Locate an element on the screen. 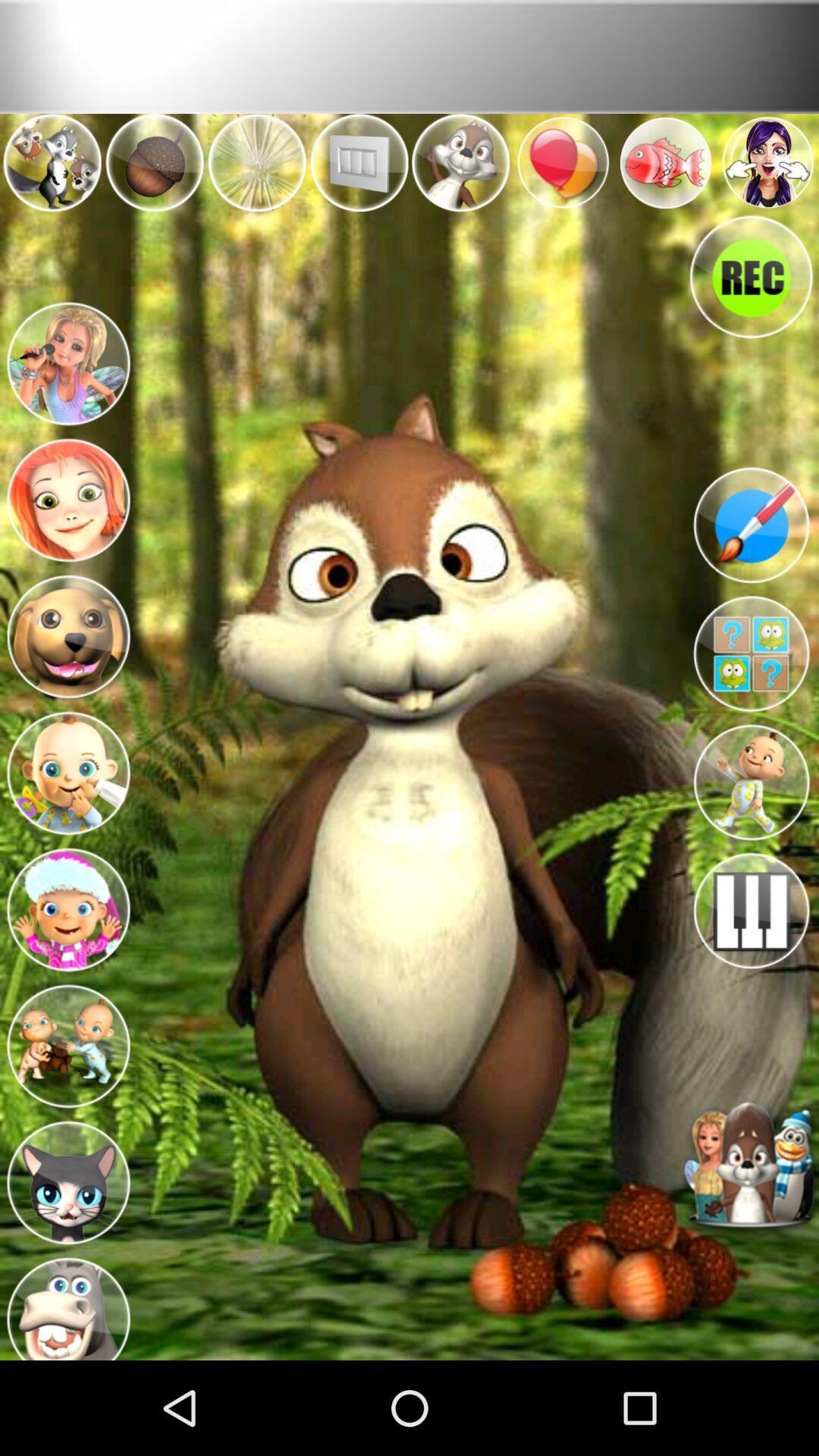  change to dog is located at coordinates (67, 632).